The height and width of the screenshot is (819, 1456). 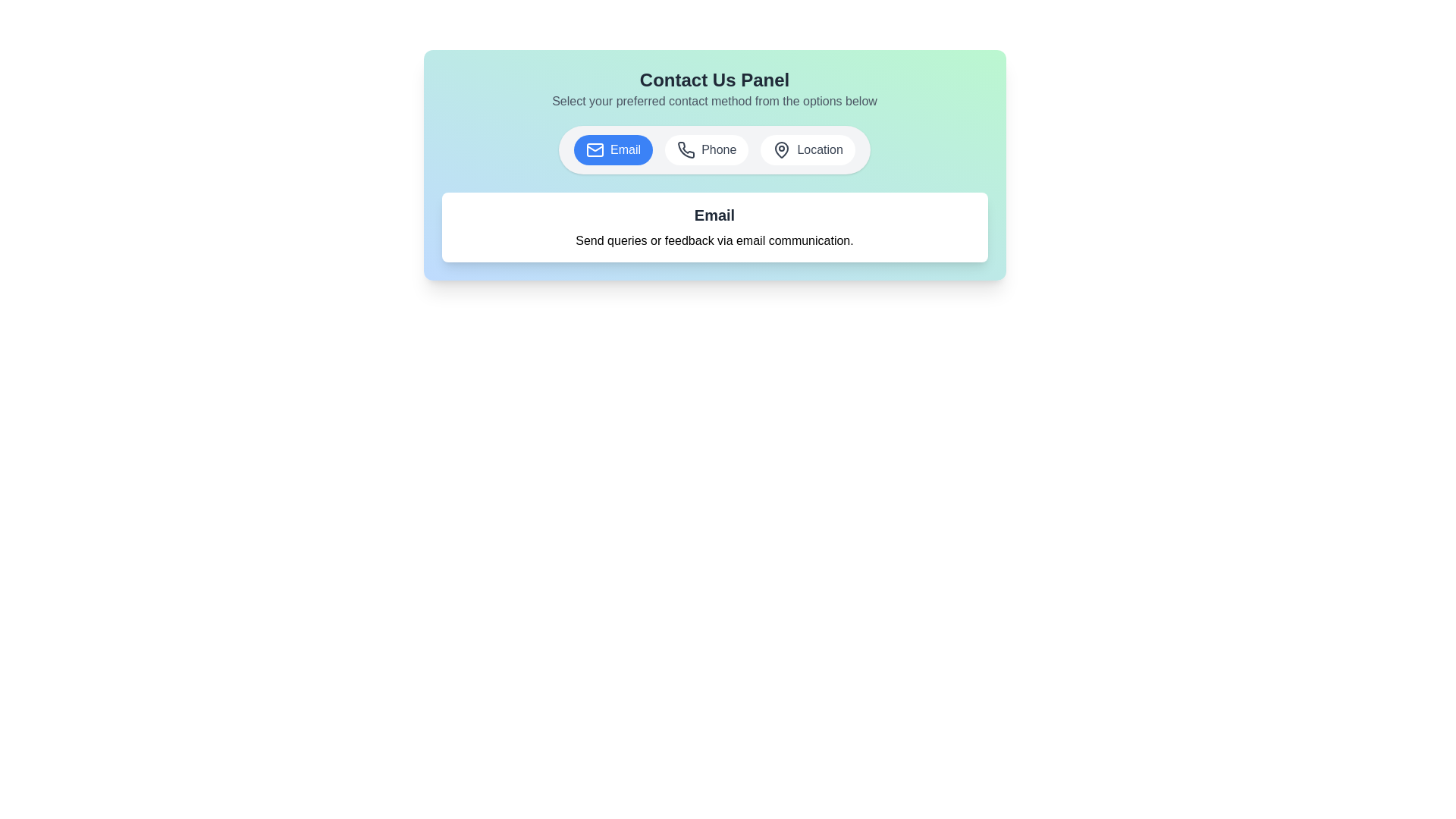 I want to click on the envelope icon component within the circular button labeled 'Email', located in the center of the row of three buttons, so click(x=595, y=149).